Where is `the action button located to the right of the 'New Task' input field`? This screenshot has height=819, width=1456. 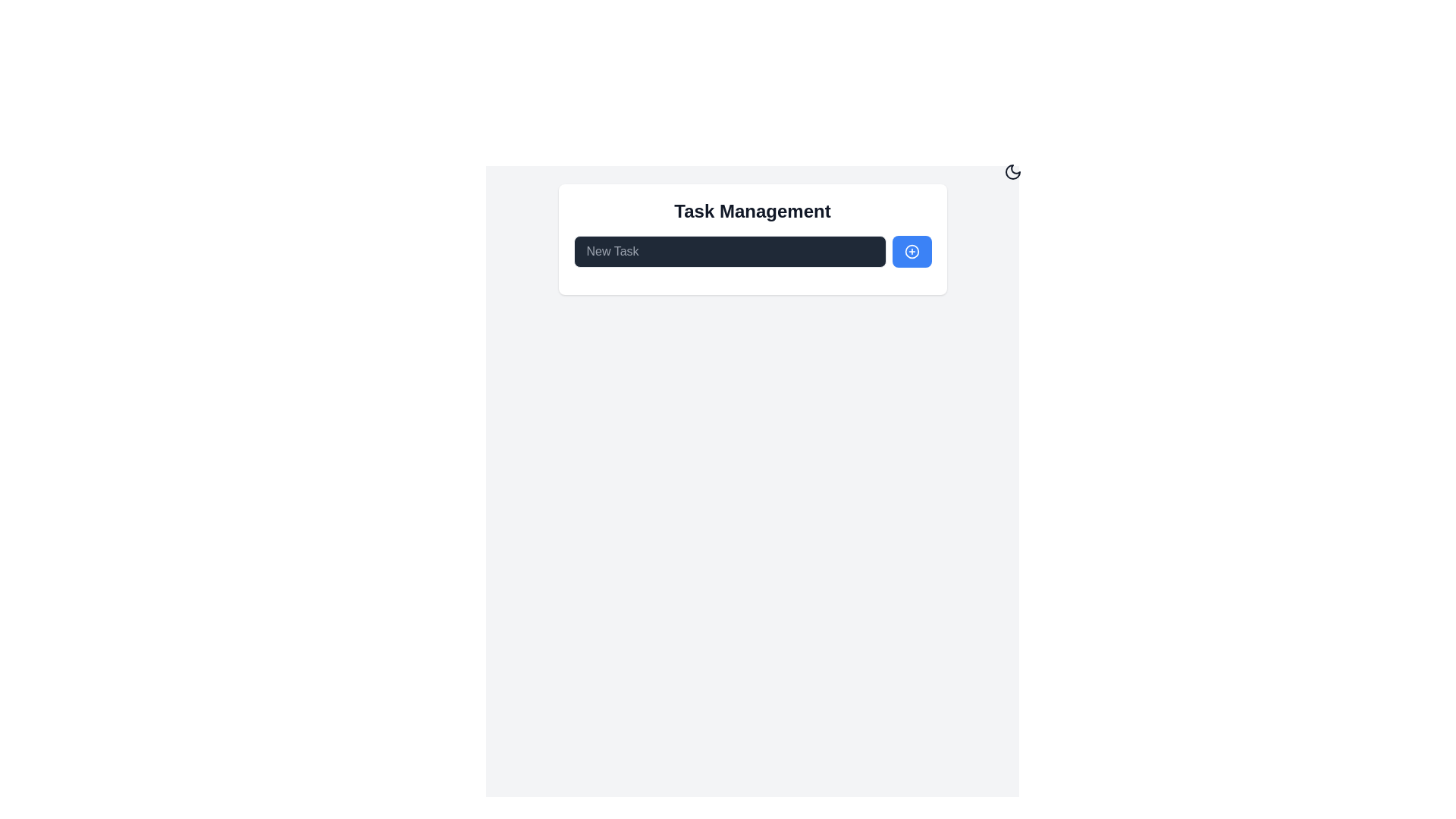 the action button located to the right of the 'New Task' input field is located at coordinates (911, 250).